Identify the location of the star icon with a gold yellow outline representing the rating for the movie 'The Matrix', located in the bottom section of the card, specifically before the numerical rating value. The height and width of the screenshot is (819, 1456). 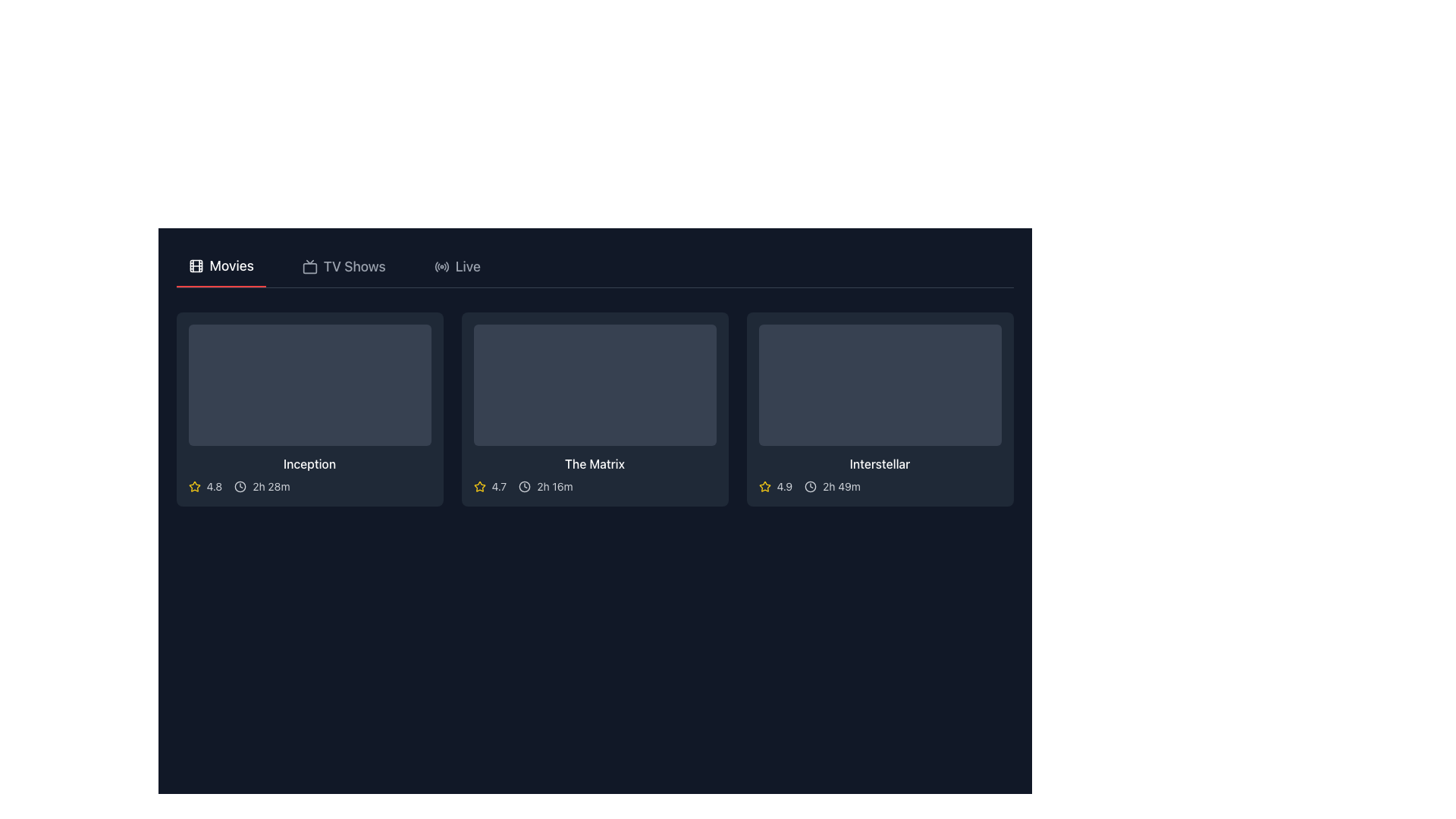
(193, 486).